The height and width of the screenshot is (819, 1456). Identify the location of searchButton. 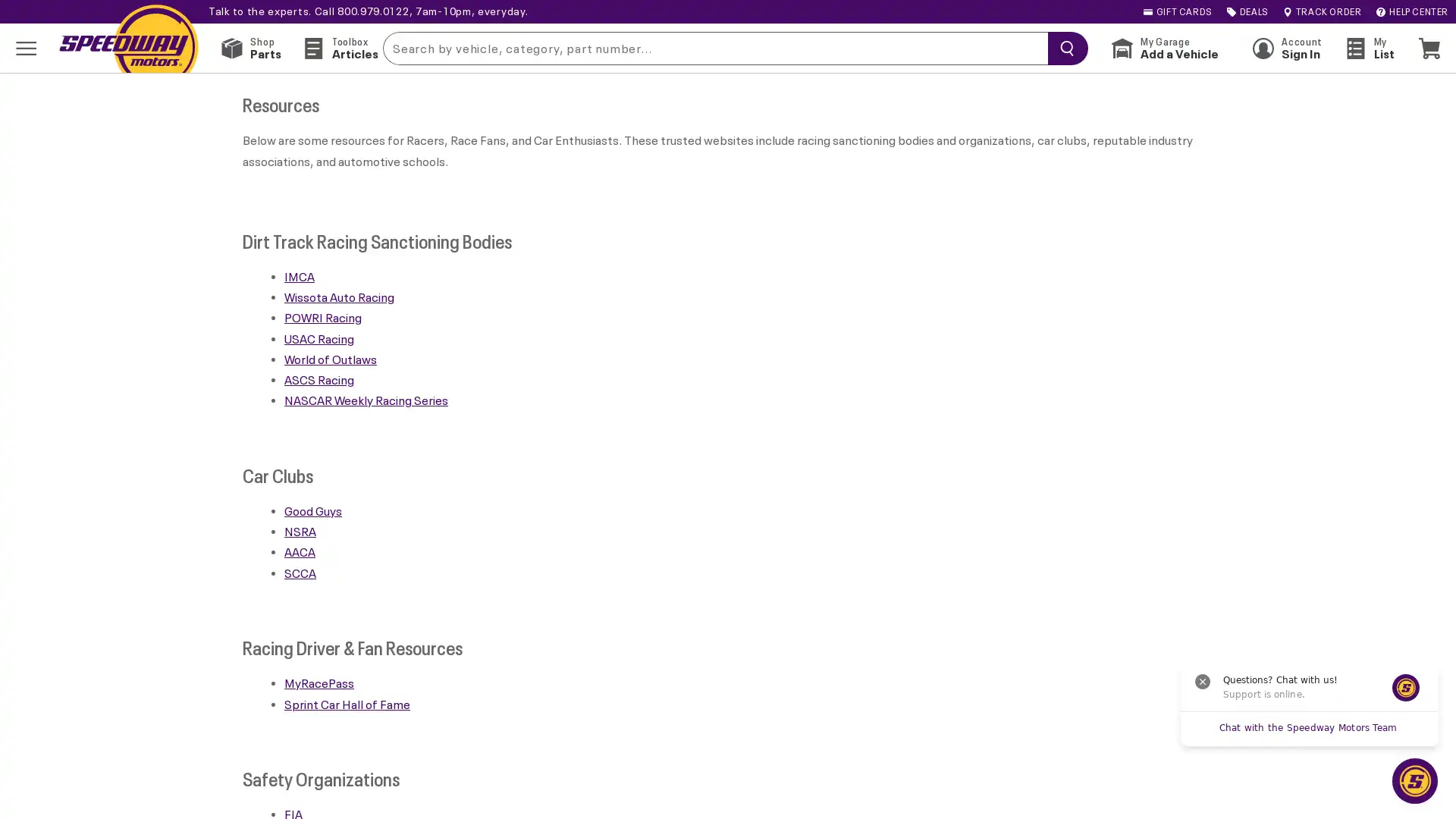
(1063, 46).